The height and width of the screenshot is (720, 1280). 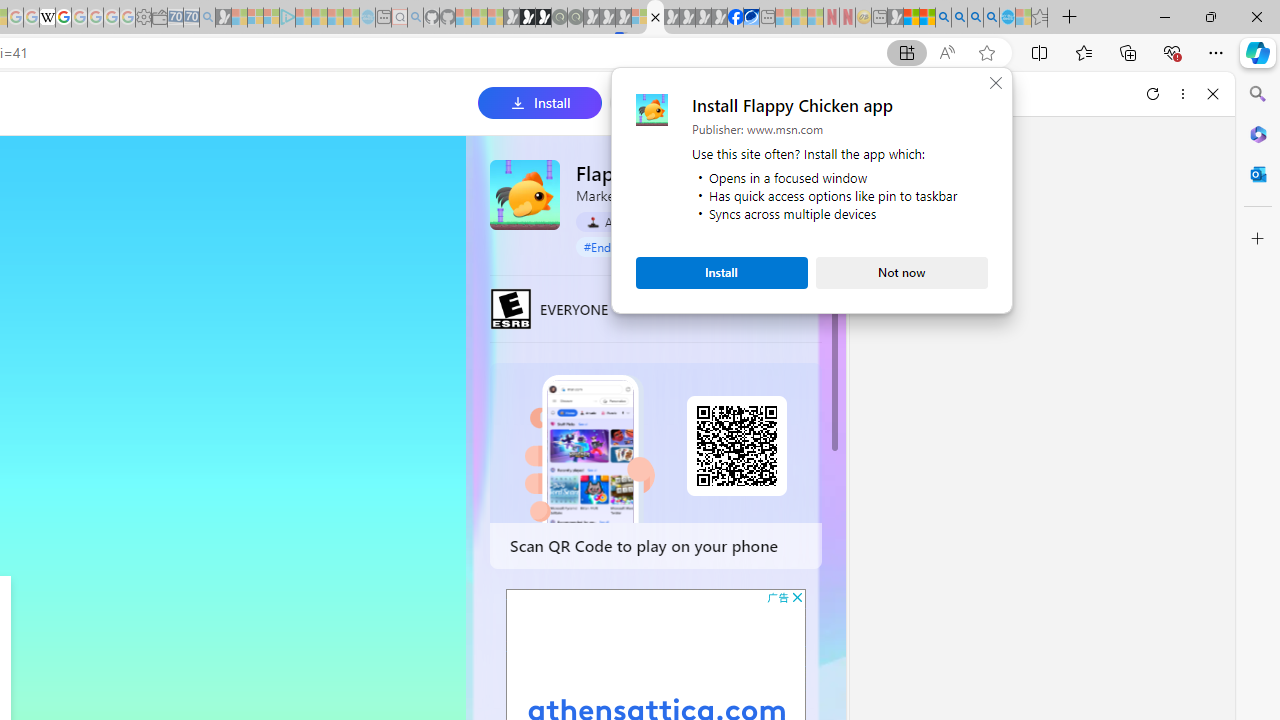 What do you see at coordinates (142, 17) in the screenshot?
I see `'Settings - Sleeping'` at bounding box center [142, 17].